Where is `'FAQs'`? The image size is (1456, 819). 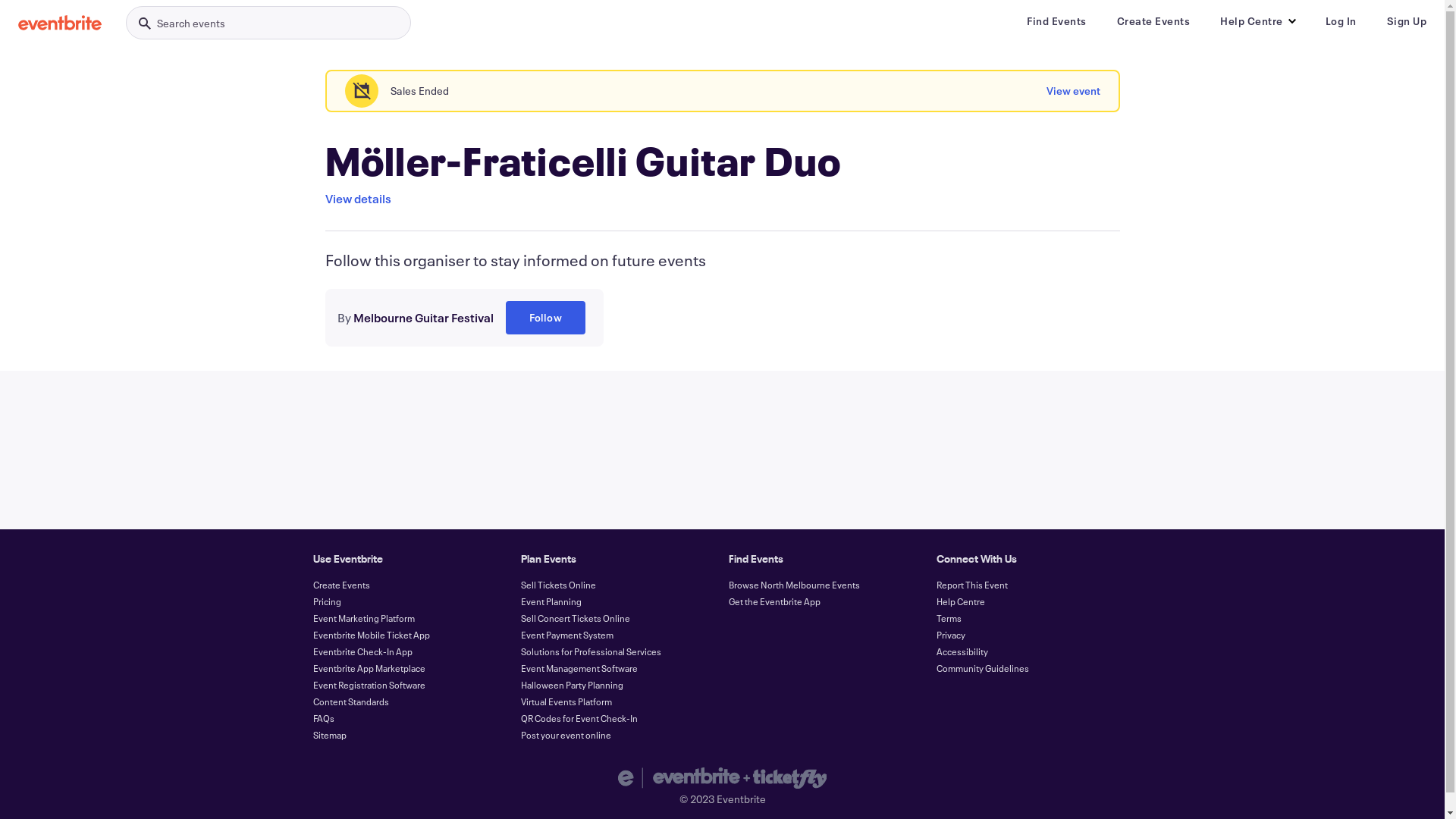
'FAQs' is located at coordinates (322, 717).